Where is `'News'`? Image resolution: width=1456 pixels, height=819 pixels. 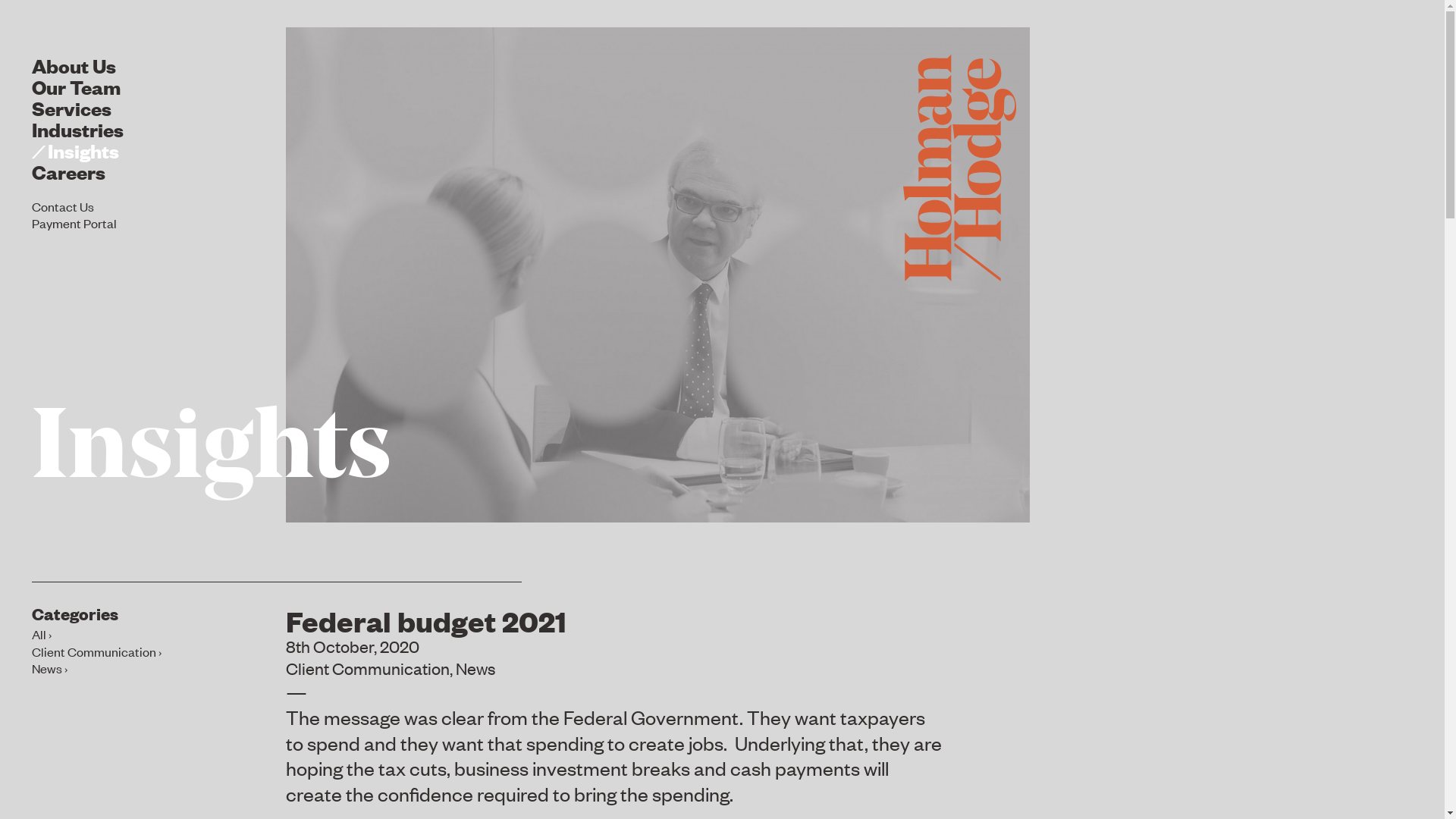
'News' is located at coordinates (49, 667).